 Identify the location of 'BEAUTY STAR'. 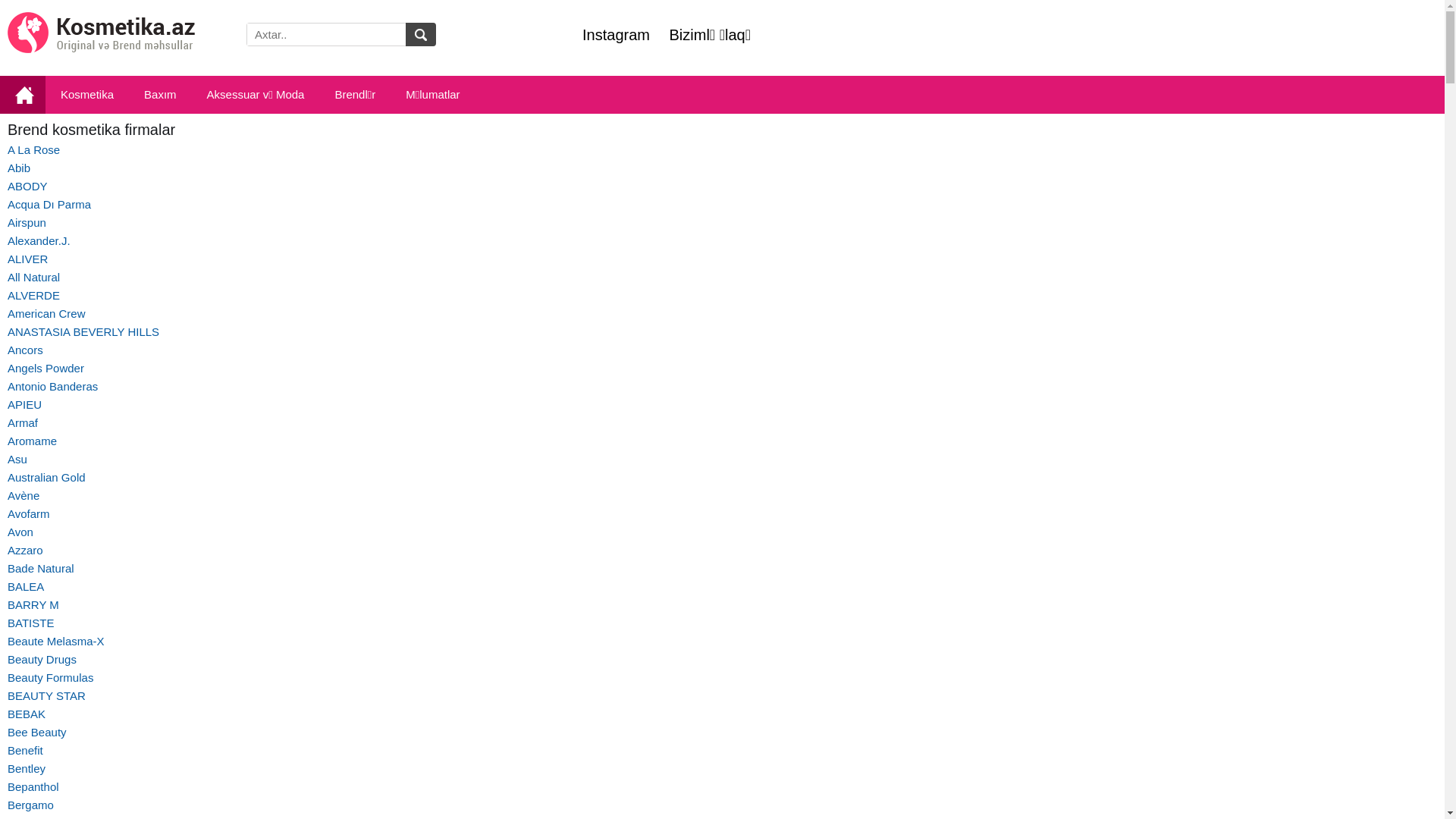
(46, 695).